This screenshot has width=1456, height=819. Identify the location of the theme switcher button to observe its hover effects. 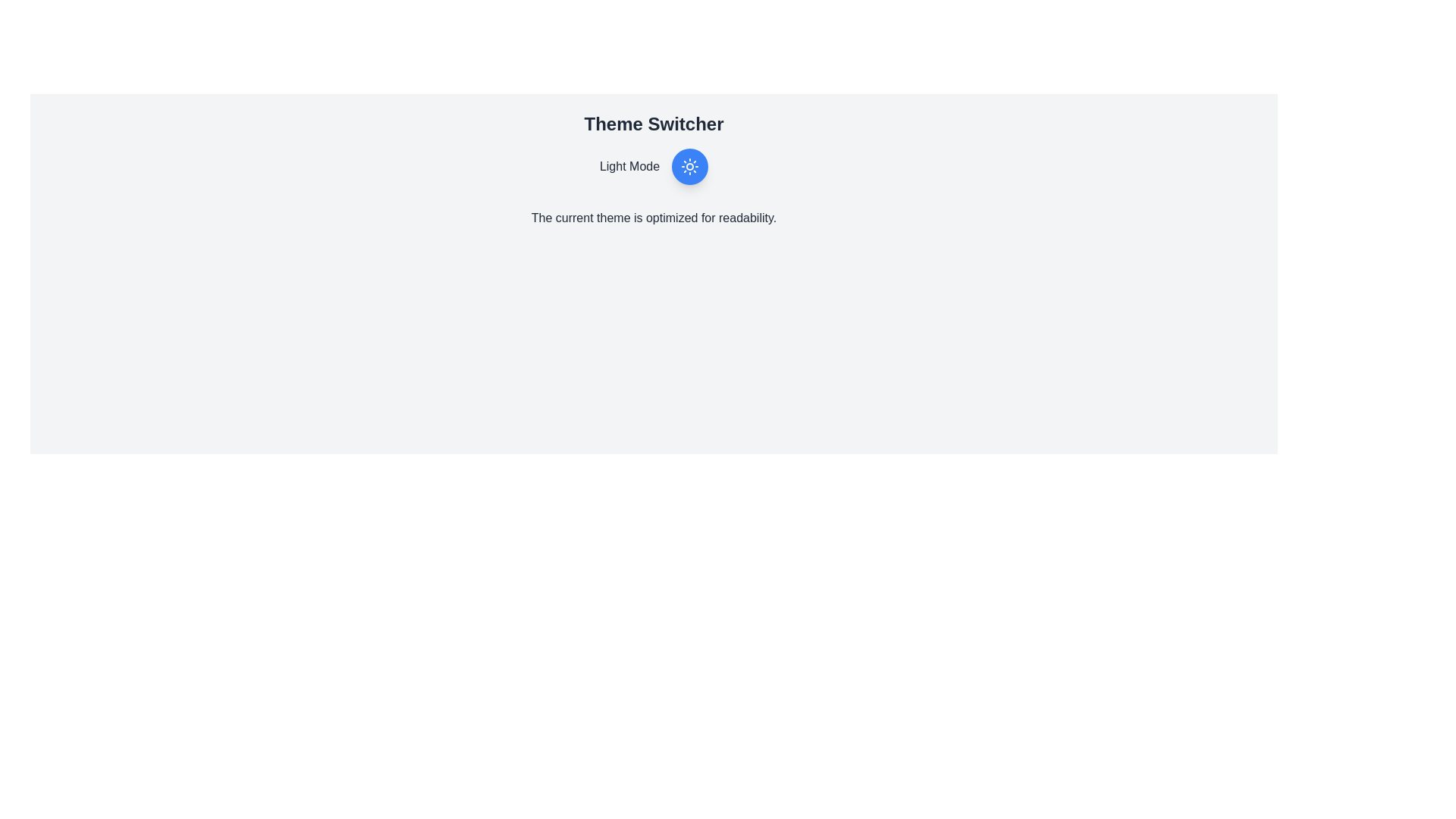
(689, 166).